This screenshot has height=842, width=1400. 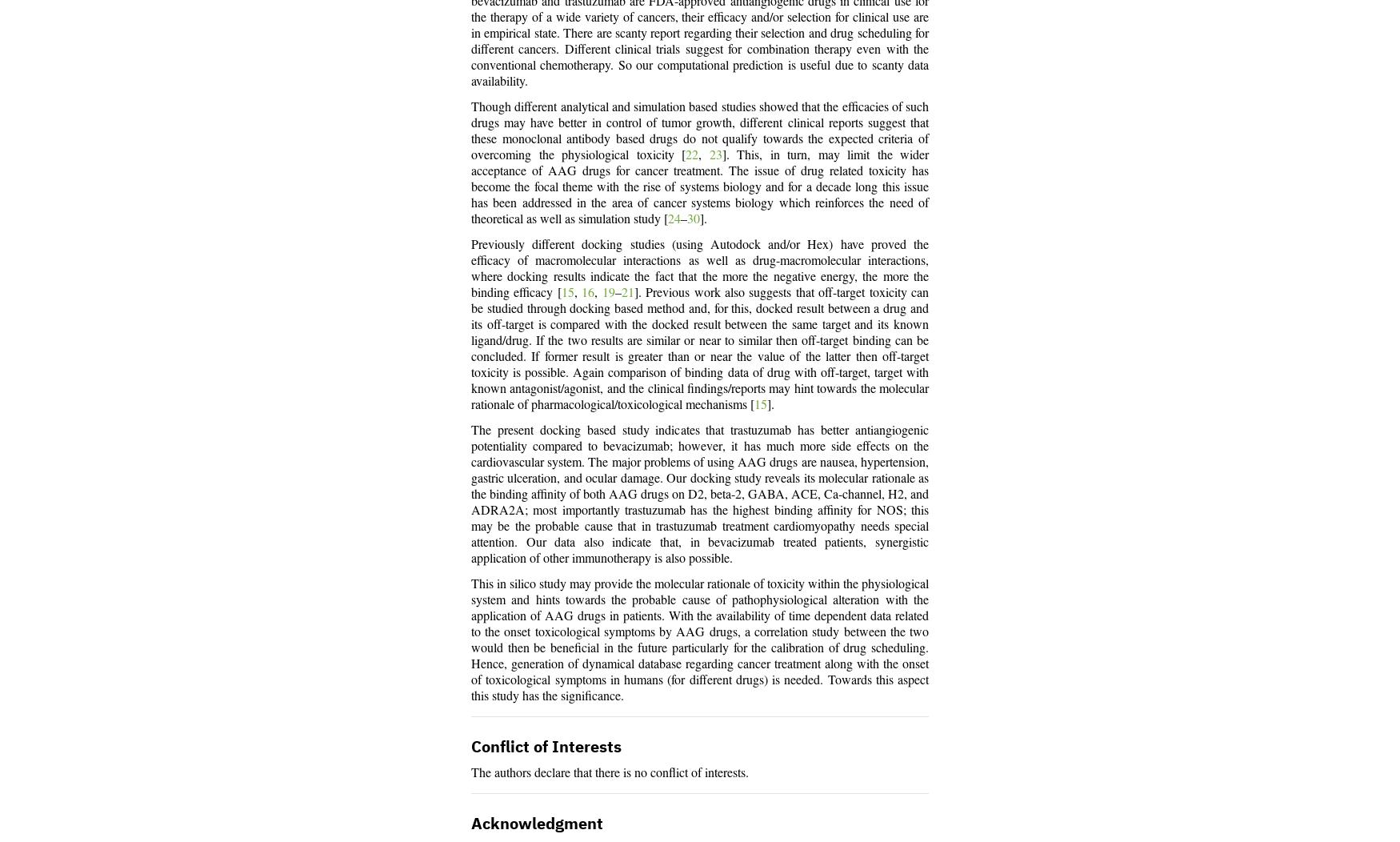 What do you see at coordinates (700, 187) in the screenshot?
I see `']. This, in turn, may limit the wider acceptance of AAG drugs for cancer treatment. The issue of drug related toxicity has become the focal theme with the rise of systems biology and for a decade long this issue has been addressed in the area of cancer systems biology which reinforces the need of theoretical as well as simulation study ['` at bounding box center [700, 187].